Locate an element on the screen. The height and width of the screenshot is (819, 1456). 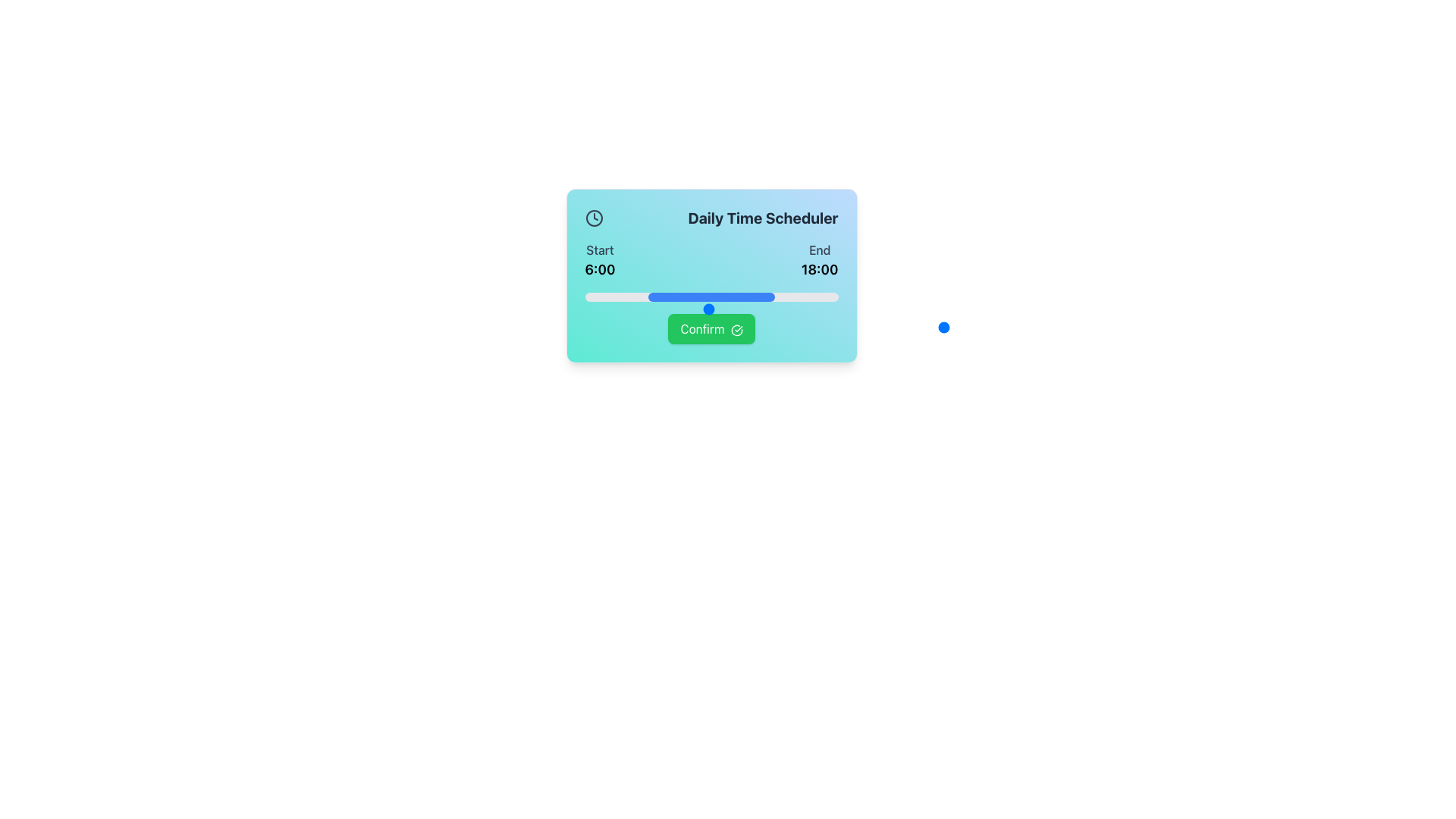
the time value is located at coordinates (766, 309).